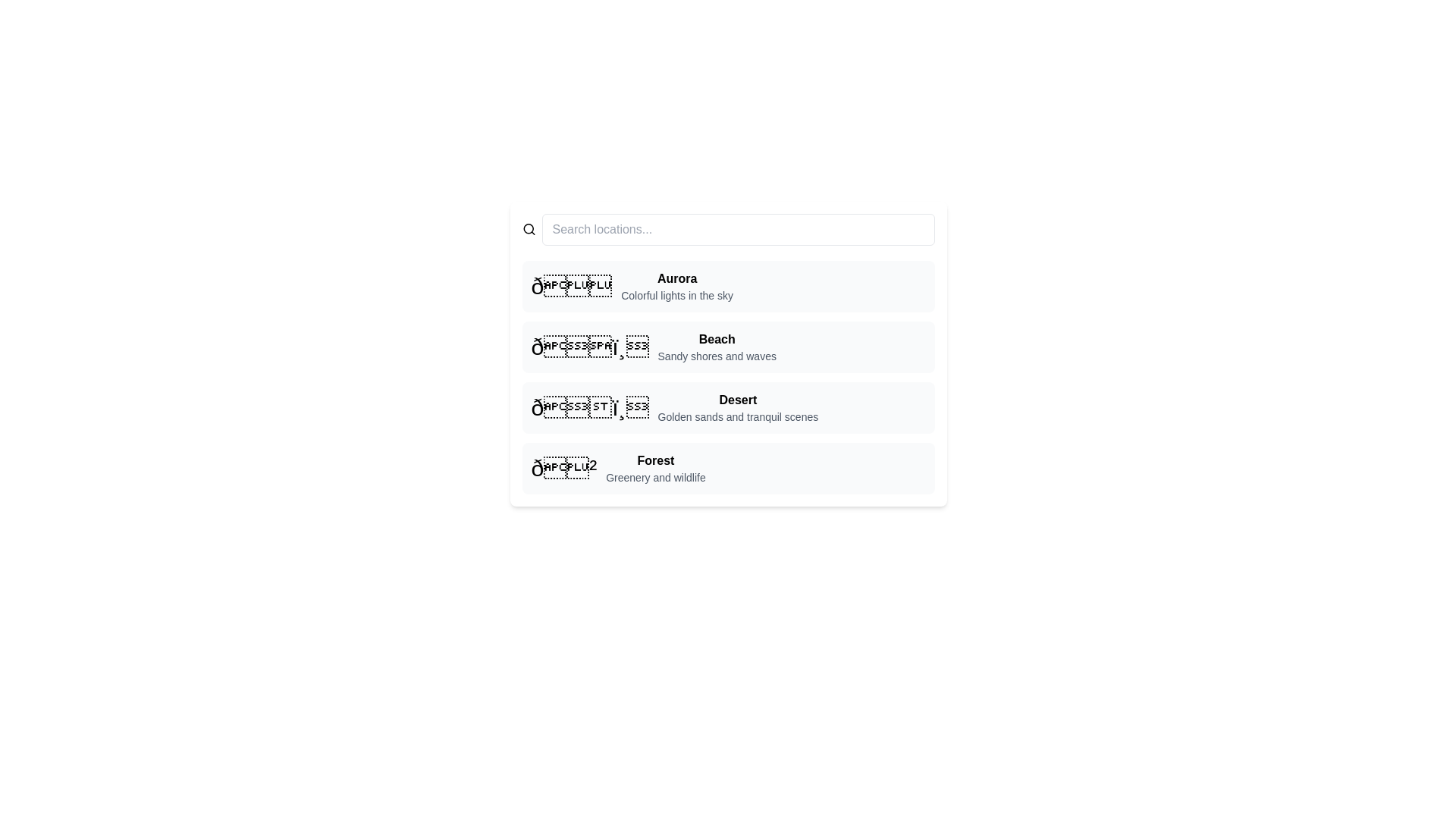  I want to click on the selectable list option labeled 'Forest', which describes 'Greenery and wildlife', to confirm the selection, so click(655, 467).